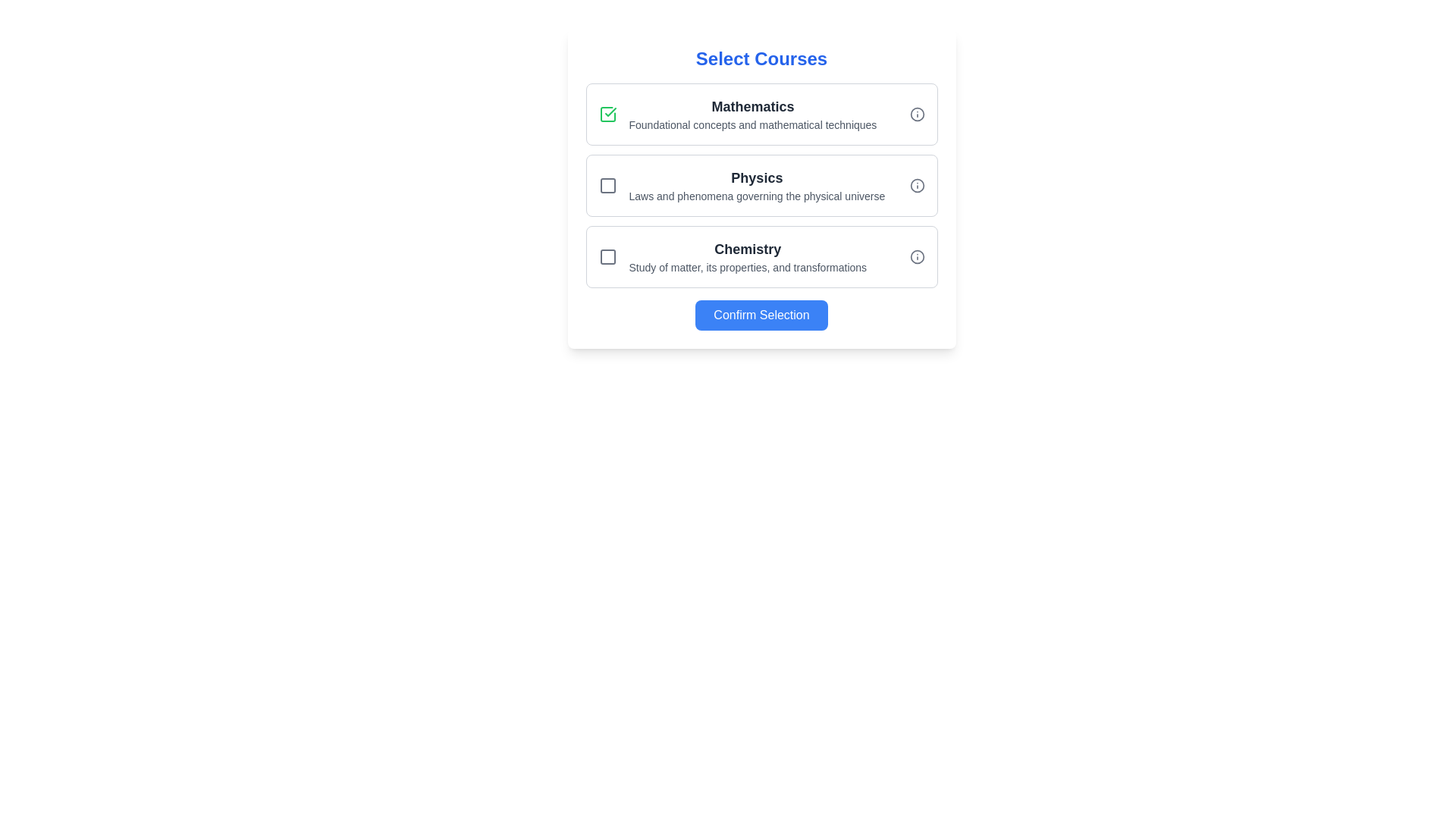 The height and width of the screenshot is (819, 1456). What do you see at coordinates (916, 113) in the screenshot?
I see `the informational icon located in the upper-right corner of the 'Mathematics' list card` at bounding box center [916, 113].